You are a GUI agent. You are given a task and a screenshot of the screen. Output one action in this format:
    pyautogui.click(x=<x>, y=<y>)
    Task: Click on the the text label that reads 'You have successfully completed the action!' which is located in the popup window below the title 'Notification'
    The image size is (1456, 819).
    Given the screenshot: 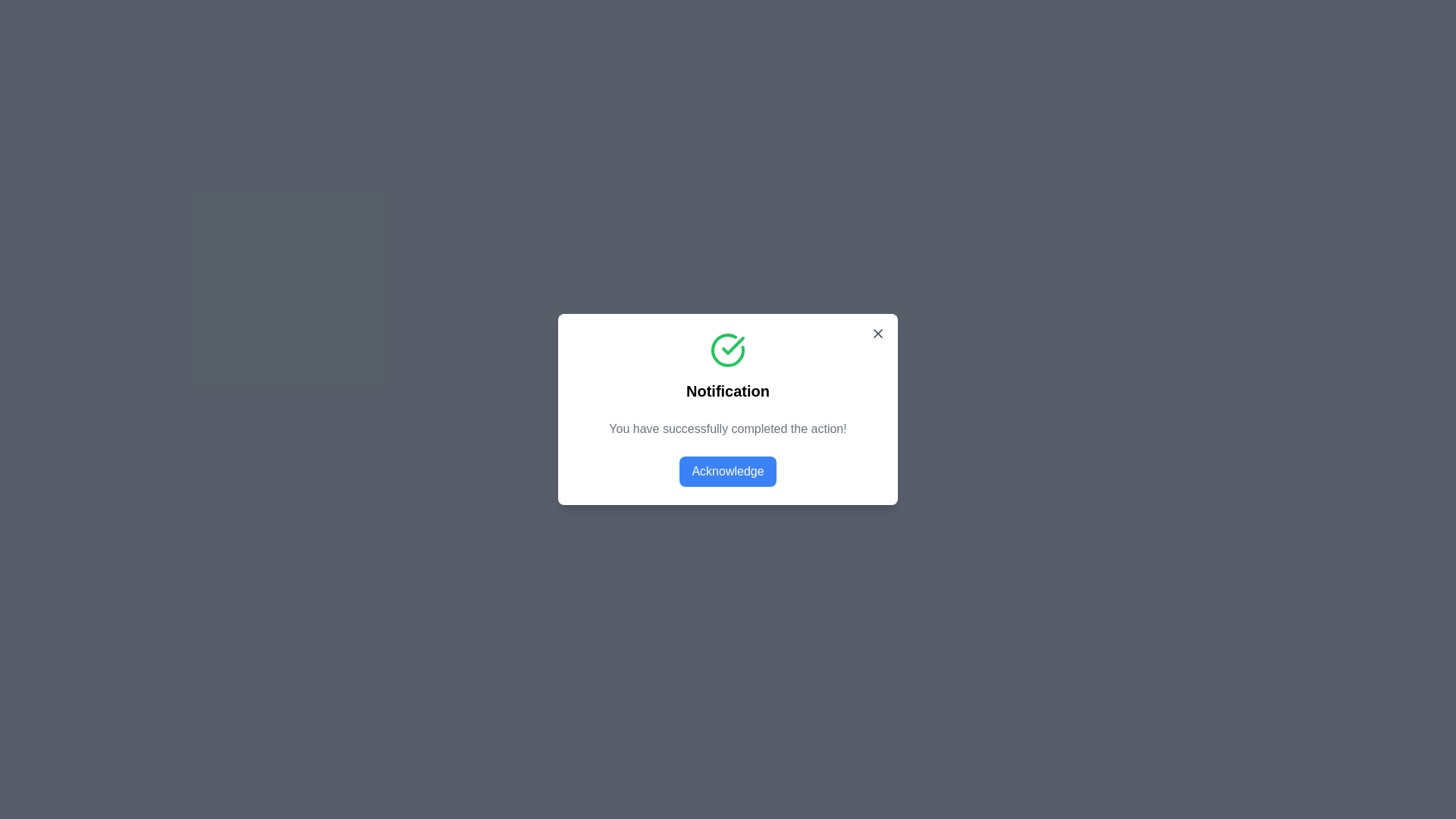 What is the action you would take?
    pyautogui.click(x=728, y=429)
    